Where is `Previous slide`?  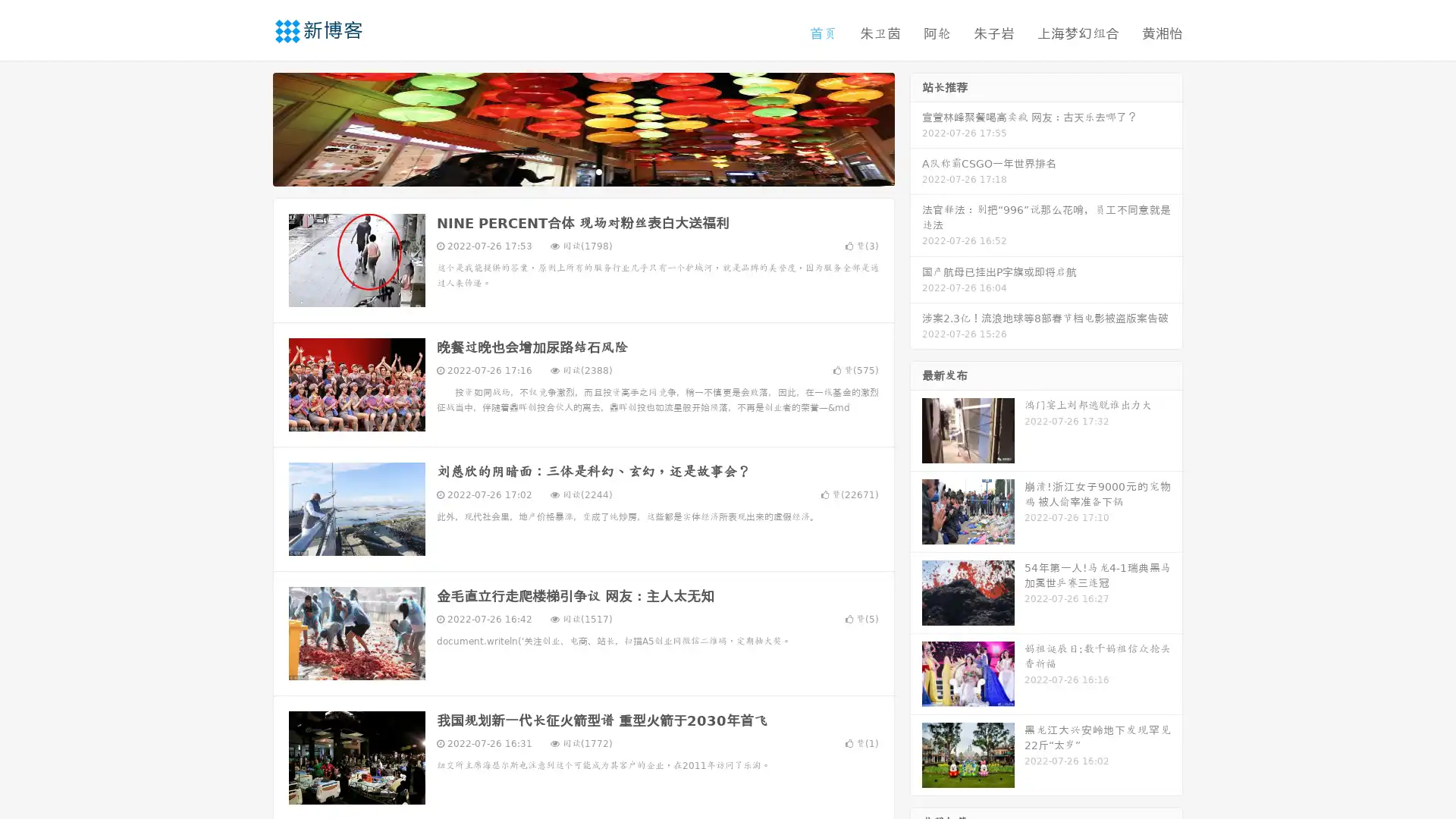
Previous slide is located at coordinates (250, 127).